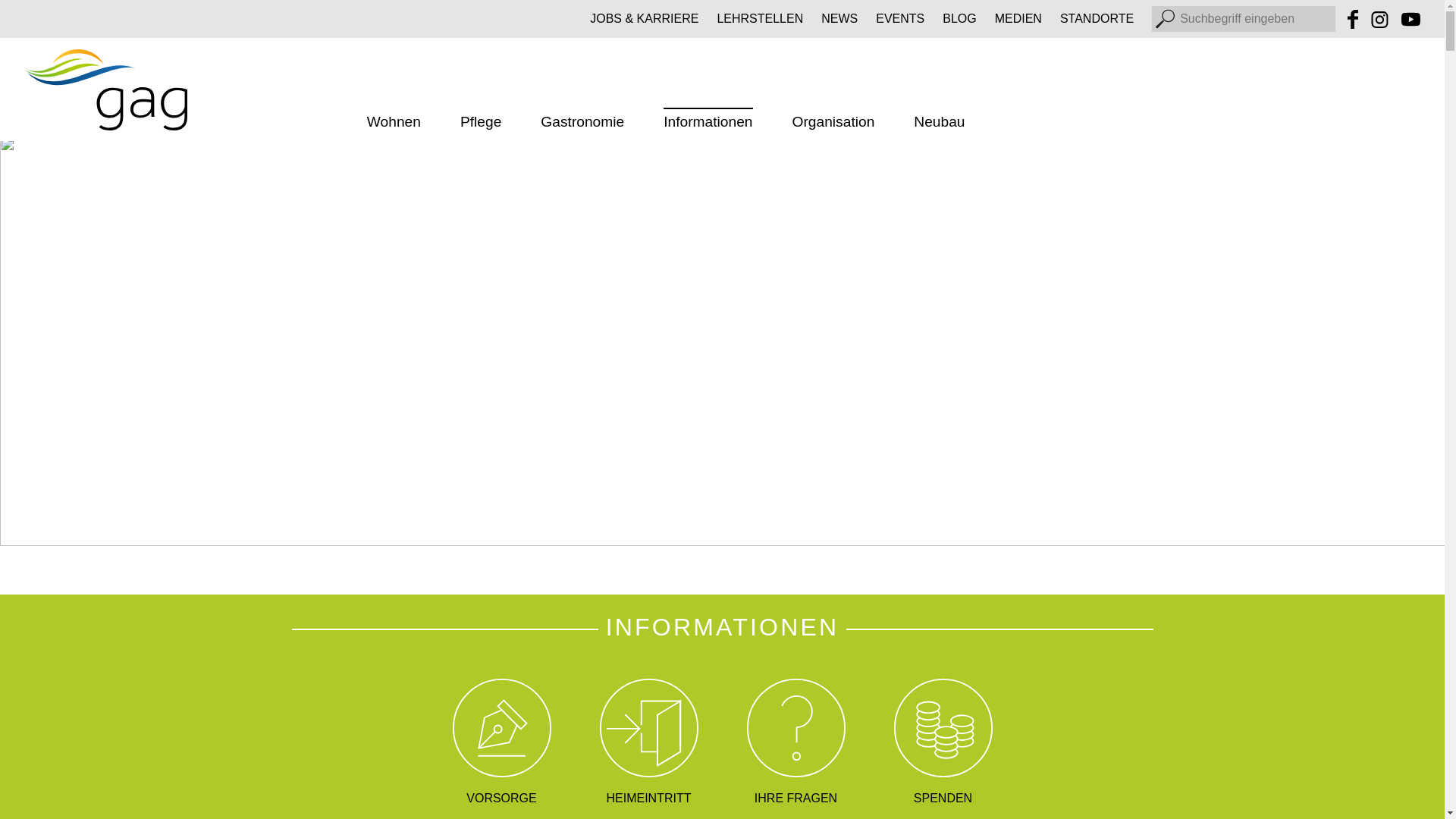 This screenshot has width=1456, height=819. What do you see at coordinates (479, 122) in the screenshot?
I see `'Pflege'` at bounding box center [479, 122].